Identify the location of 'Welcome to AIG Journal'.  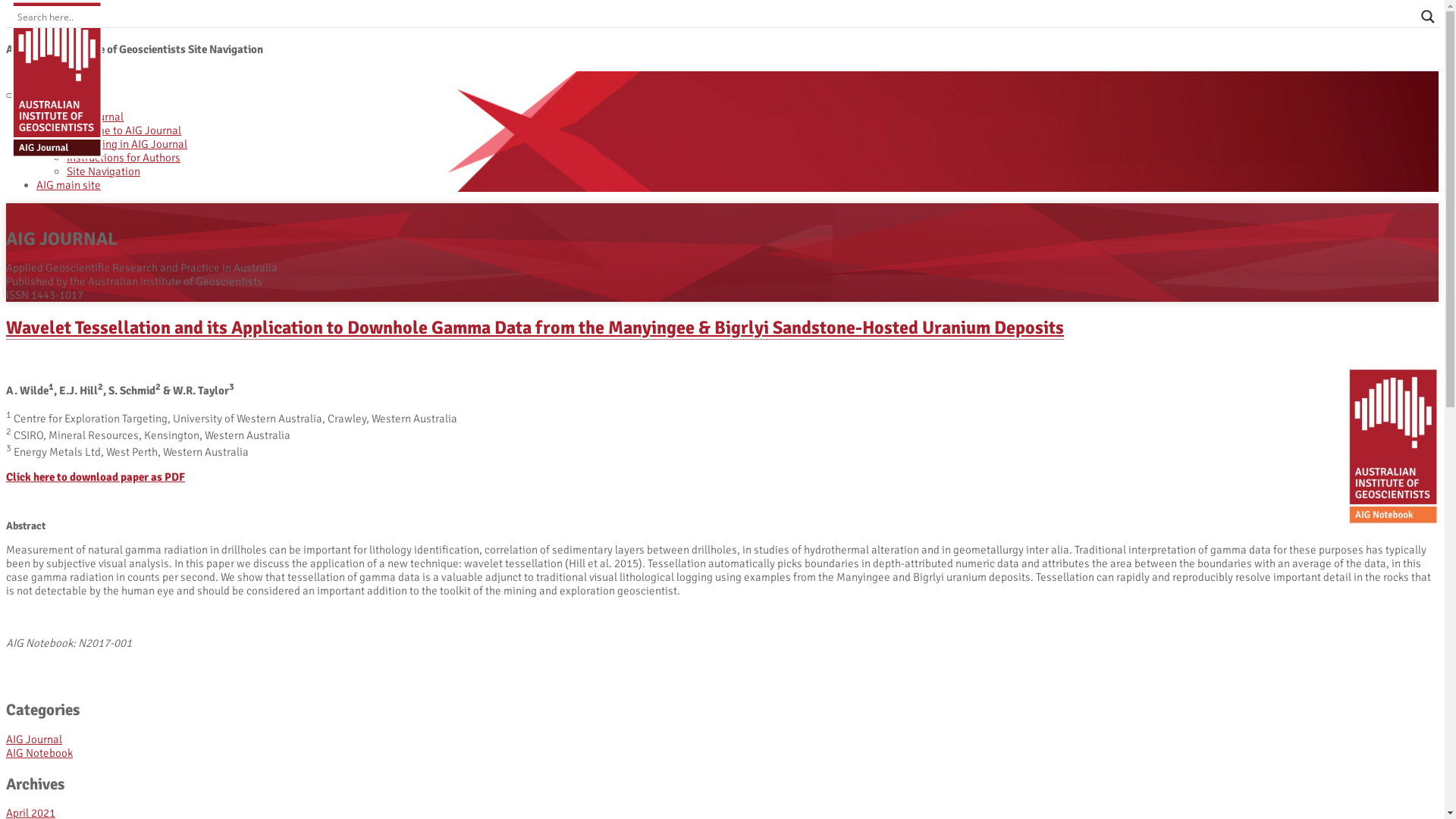
(124, 130).